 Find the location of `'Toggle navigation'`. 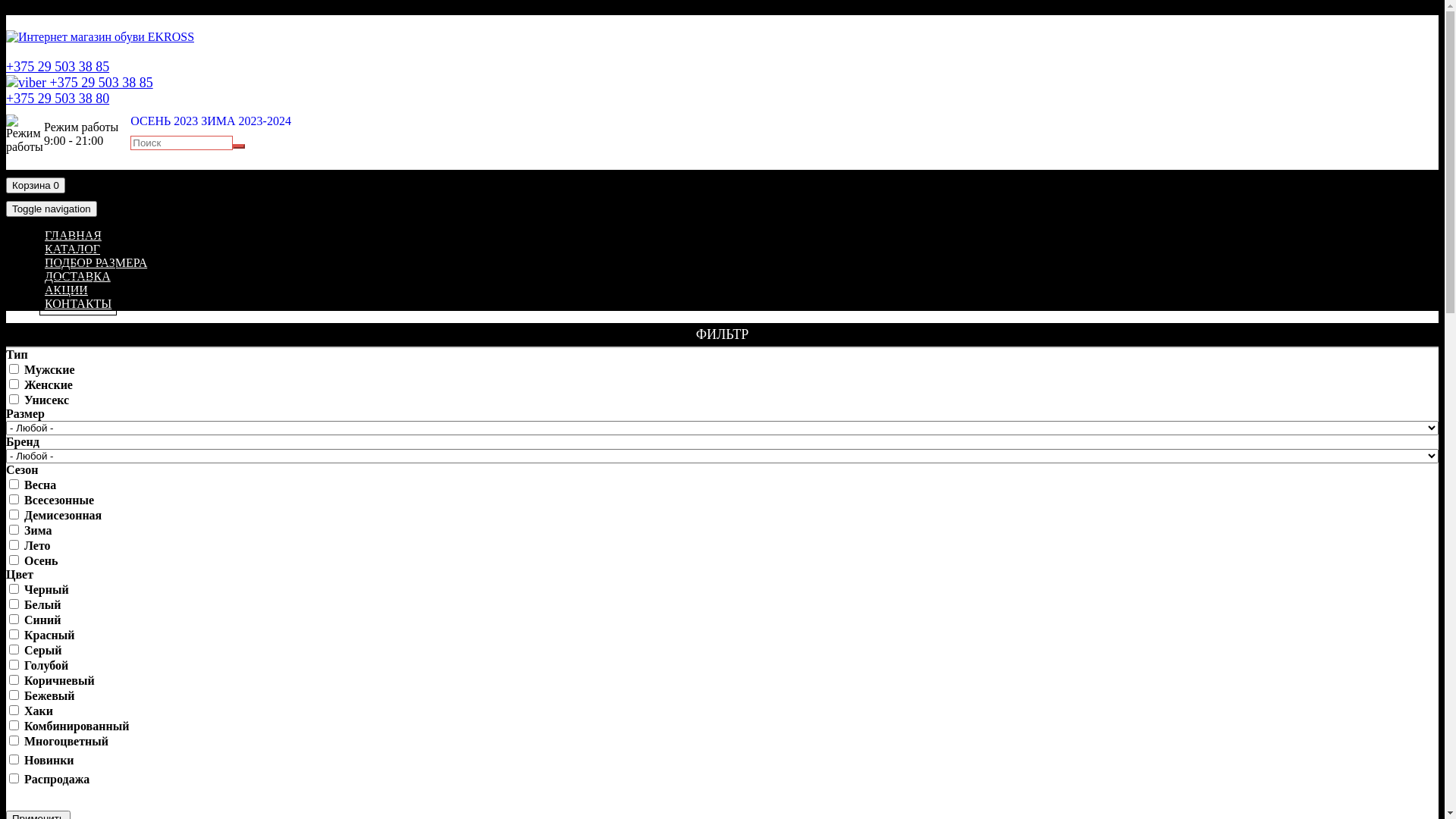

'Toggle navigation' is located at coordinates (51, 209).